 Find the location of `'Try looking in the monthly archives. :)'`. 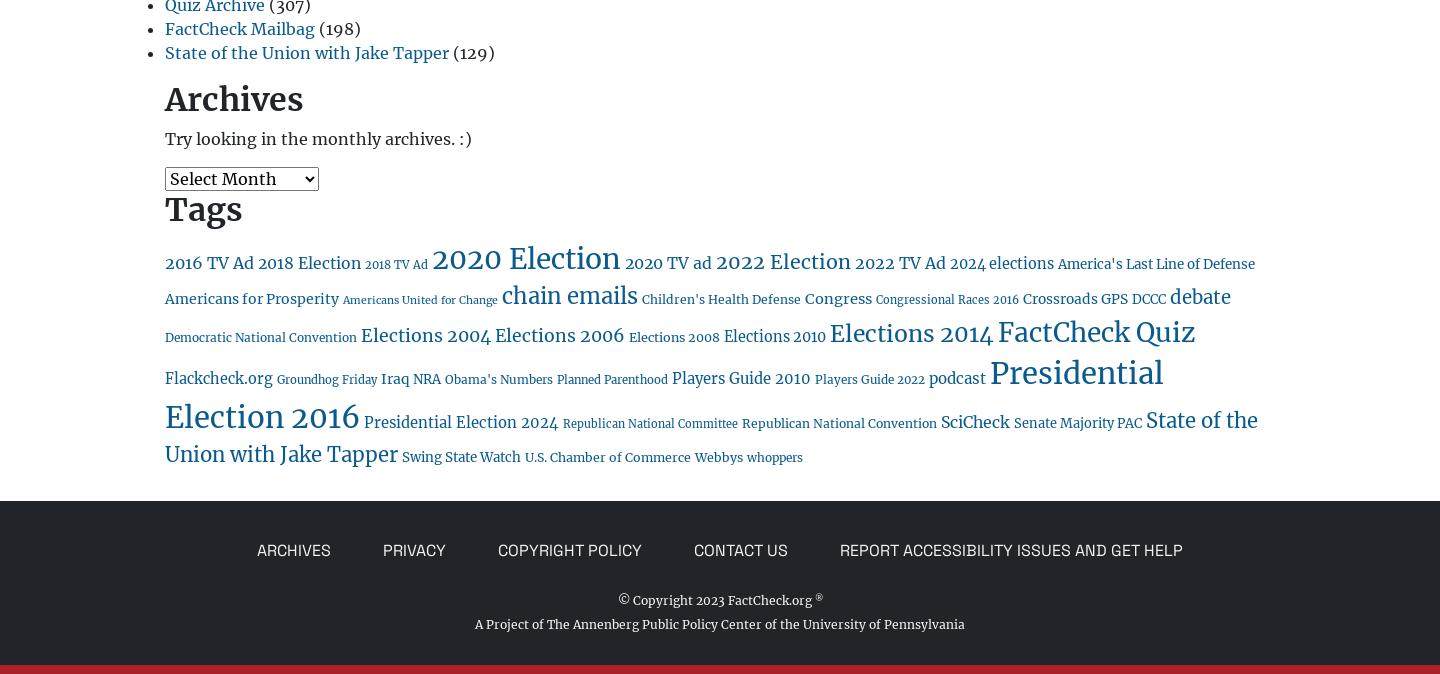

'Try looking in the monthly archives. :)' is located at coordinates (318, 137).